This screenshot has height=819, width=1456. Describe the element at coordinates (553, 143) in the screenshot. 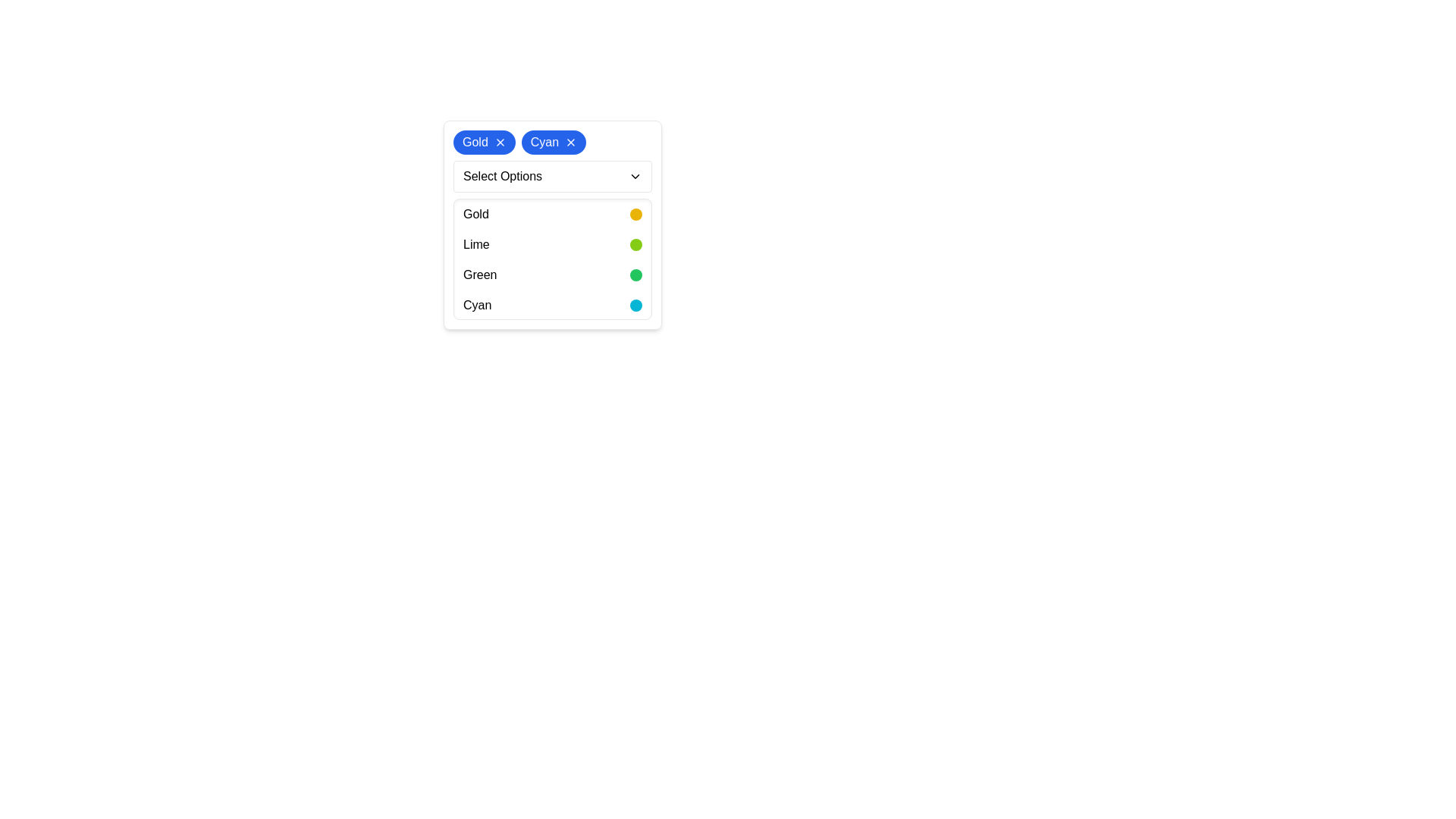

I see `the 'X' icon on the second pill-shaped button` at that location.